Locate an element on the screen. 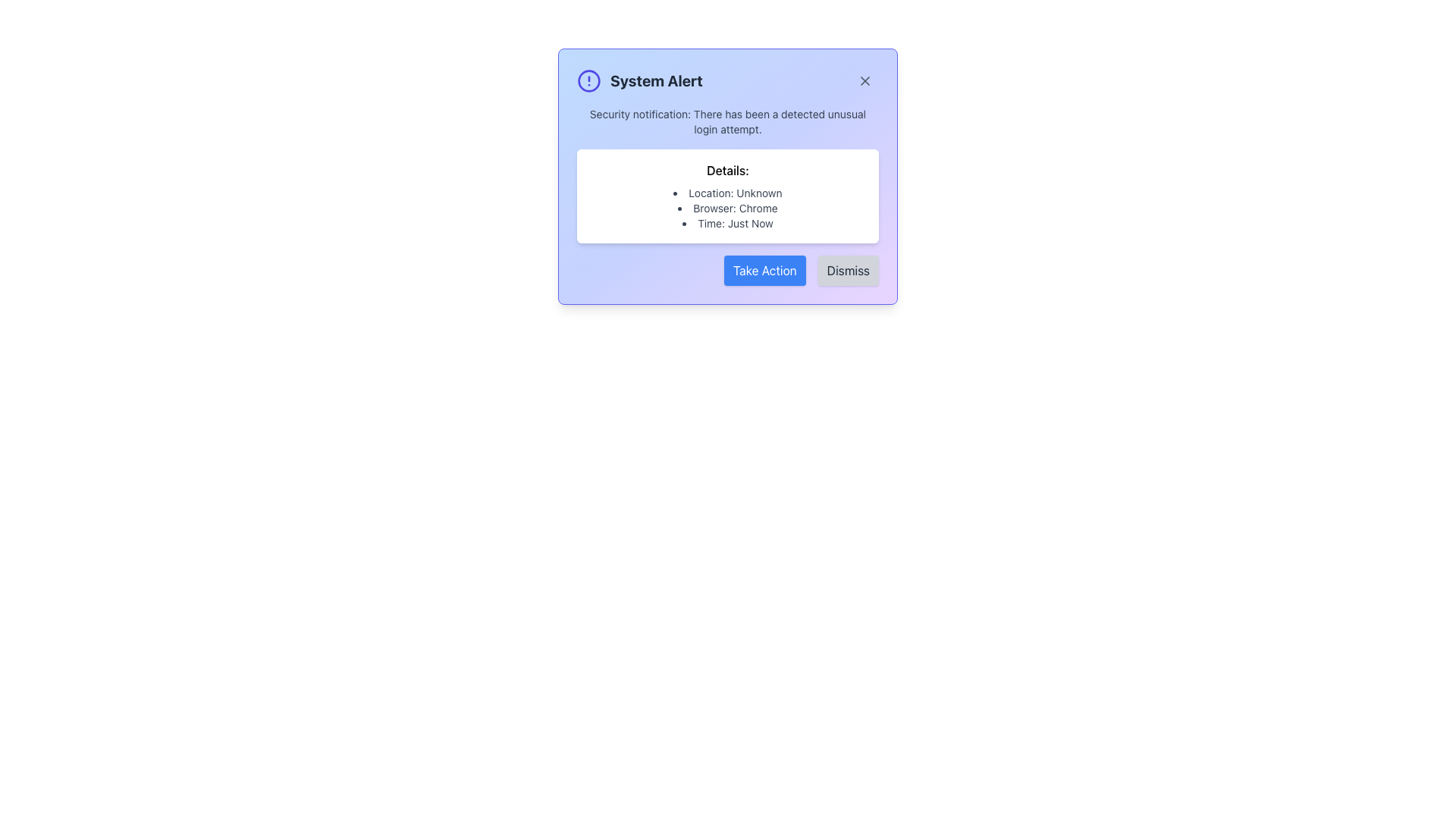 Image resolution: width=1456 pixels, height=819 pixels. the informational Text label that indicates the location associated with the notification, positioned at the top of the vertically aligned list in the dialog box is located at coordinates (728, 192).